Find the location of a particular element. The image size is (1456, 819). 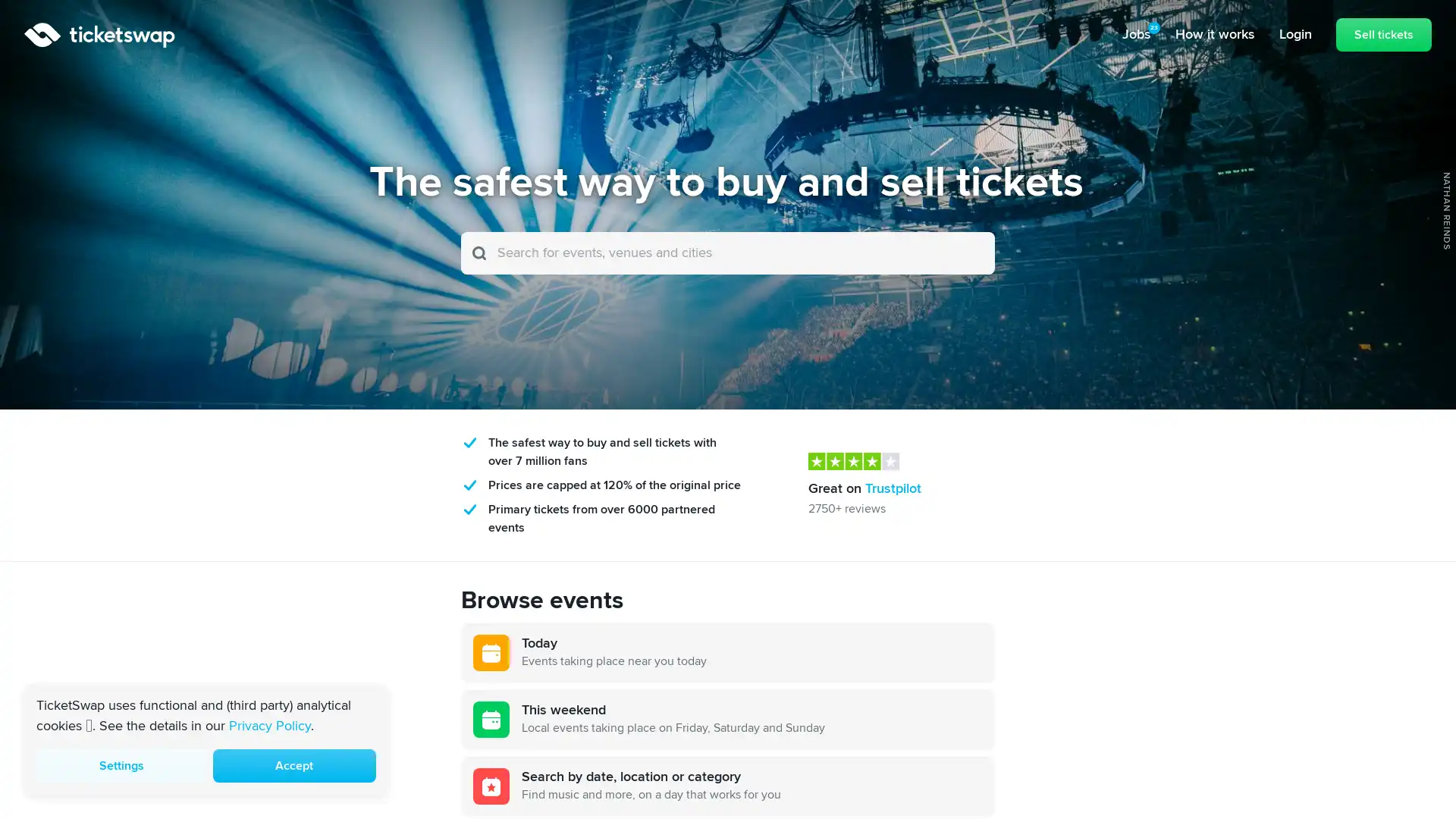

Accept is located at coordinates (294, 766).